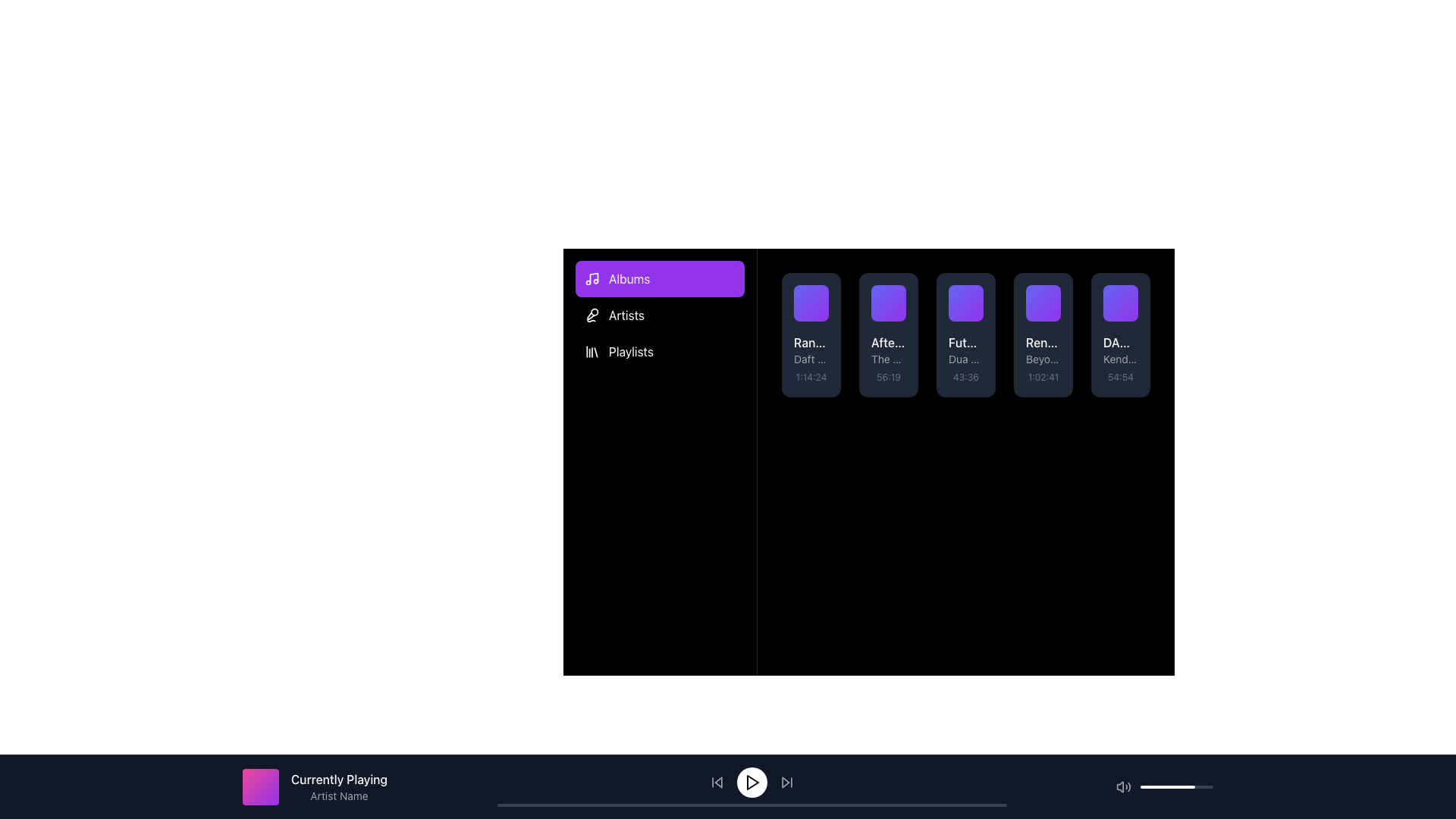 Image resolution: width=1456 pixels, height=819 pixels. I want to click on the horizontal progress bar located at the bottom section of the application interface to change the playback position, so click(752, 804).